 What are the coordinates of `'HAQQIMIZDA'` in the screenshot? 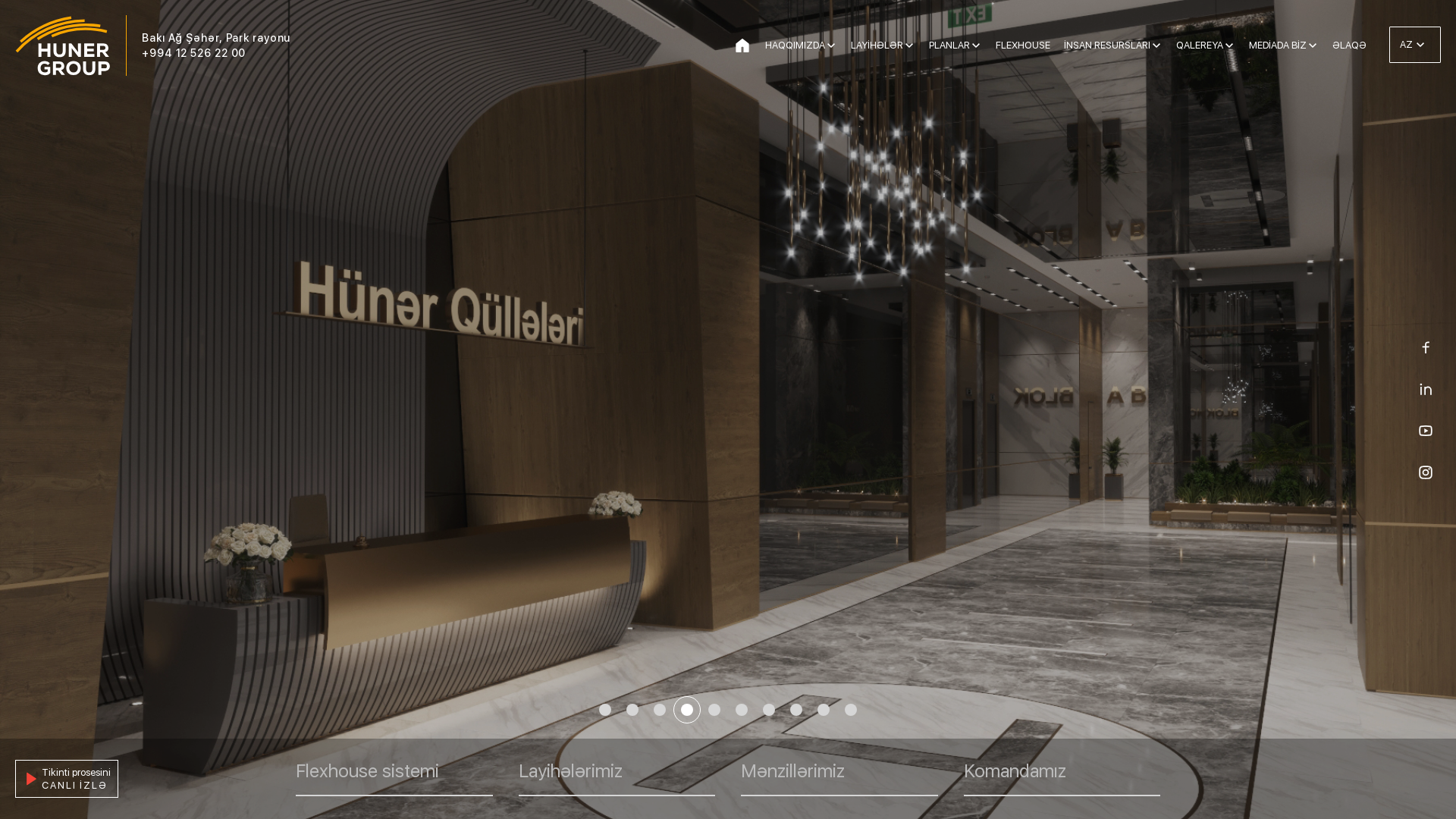 It's located at (764, 45).